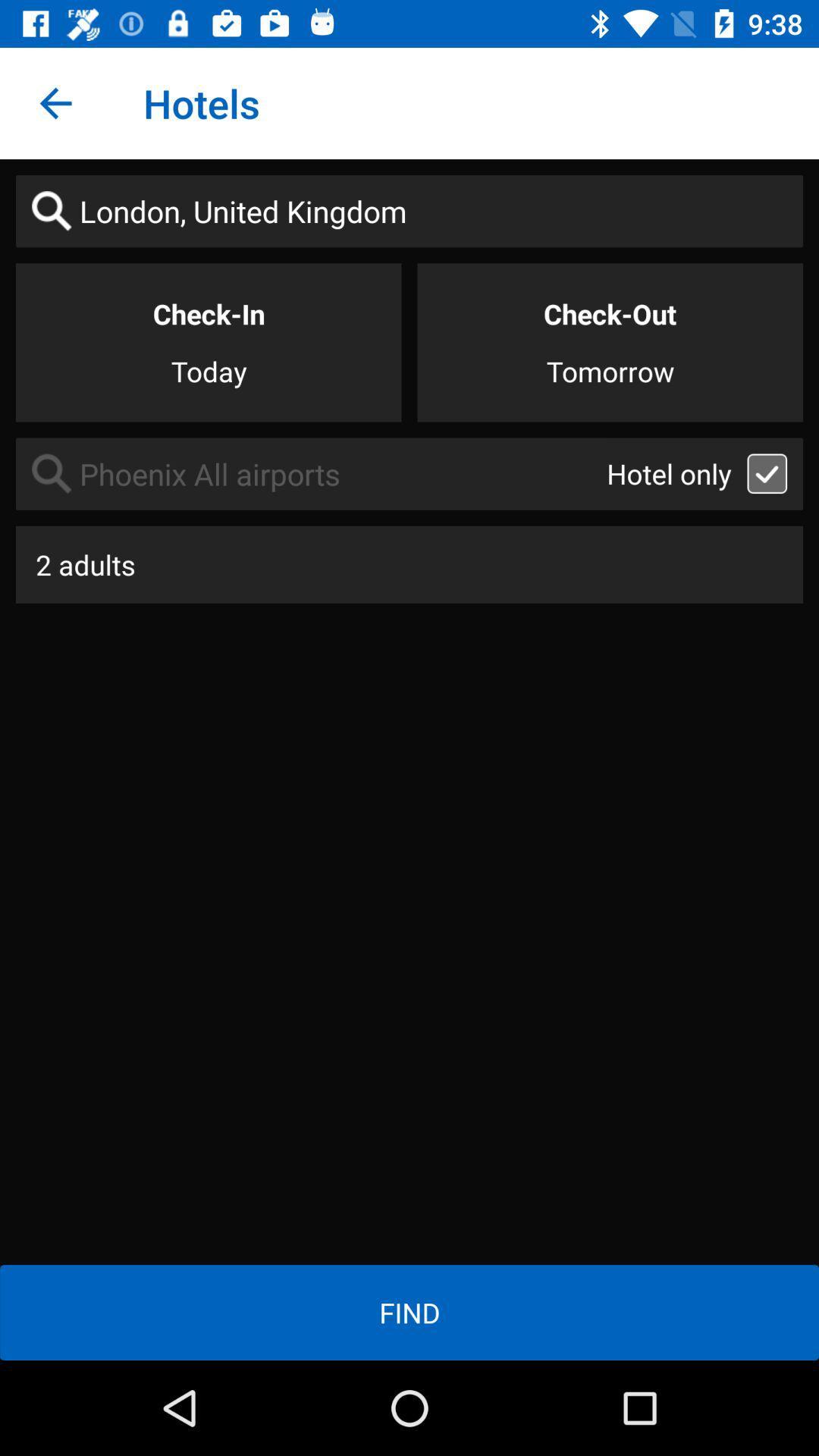  Describe the element at coordinates (310, 473) in the screenshot. I see `the item above 2 adults icon` at that location.